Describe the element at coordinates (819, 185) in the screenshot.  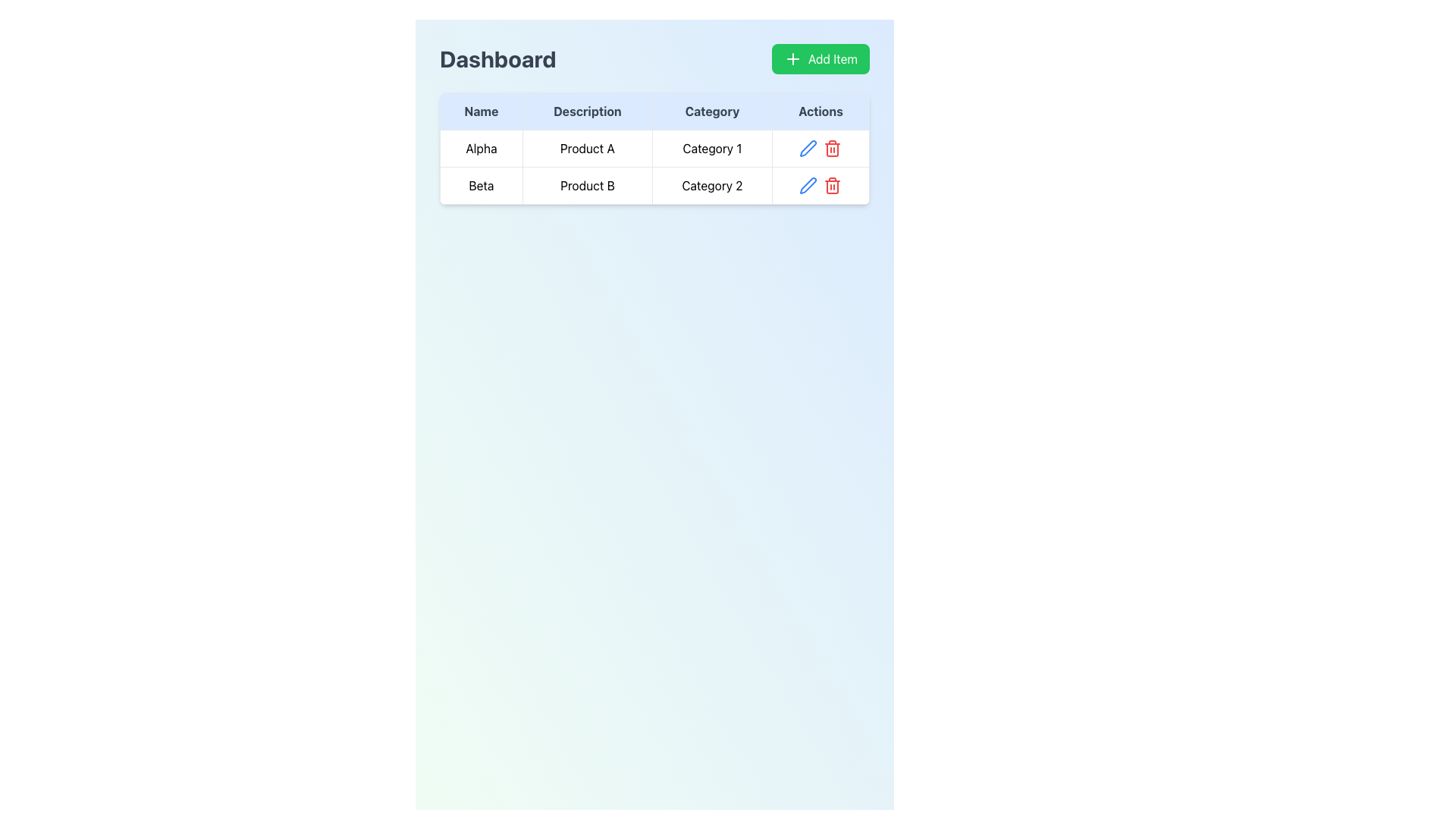
I see `the trash bin icon in the Actions column of the second row` at that location.